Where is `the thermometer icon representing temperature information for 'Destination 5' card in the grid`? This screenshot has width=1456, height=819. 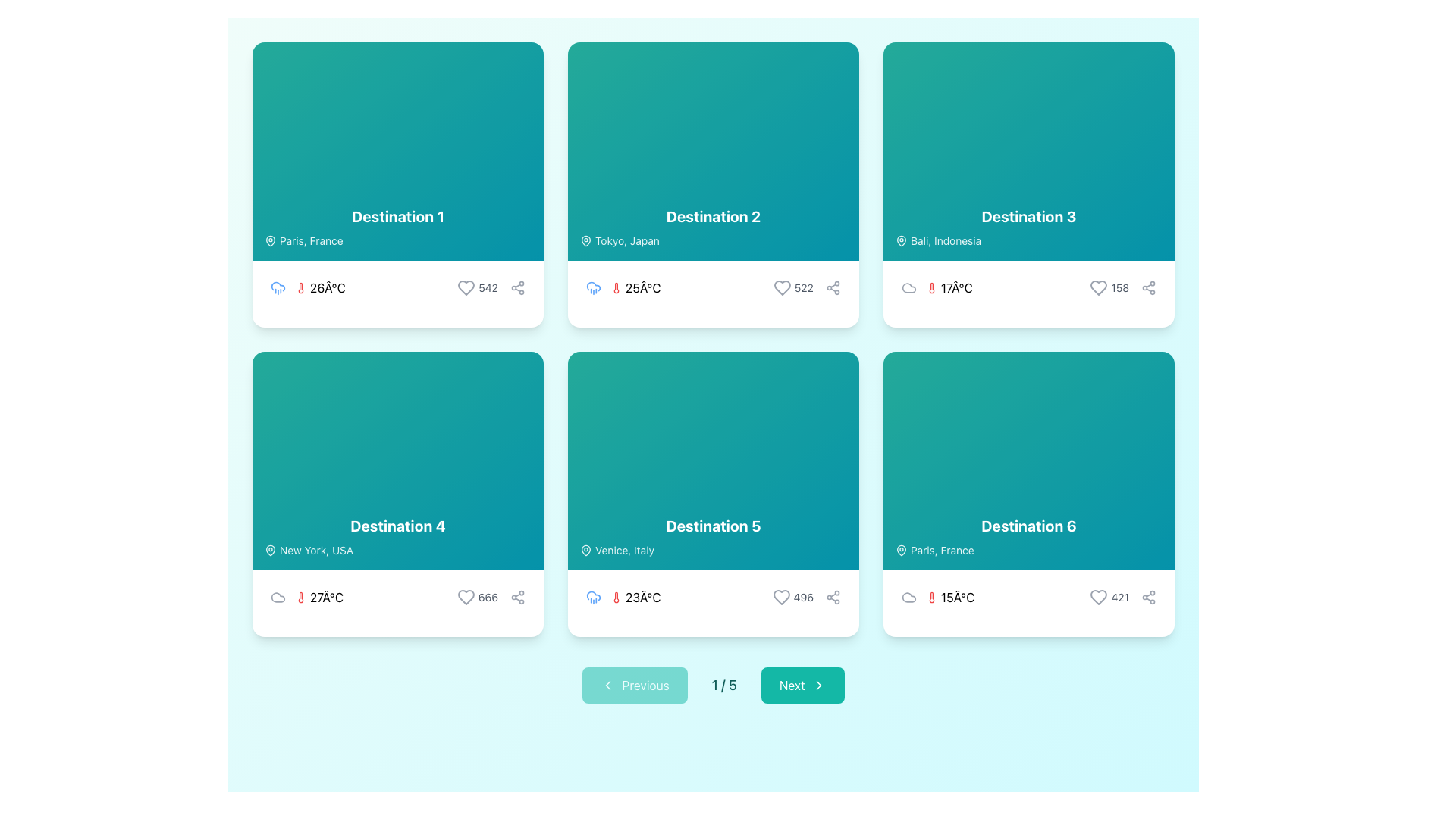 the thermometer icon representing temperature information for 'Destination 5' card in the grid is located at coordinates (616, 596).